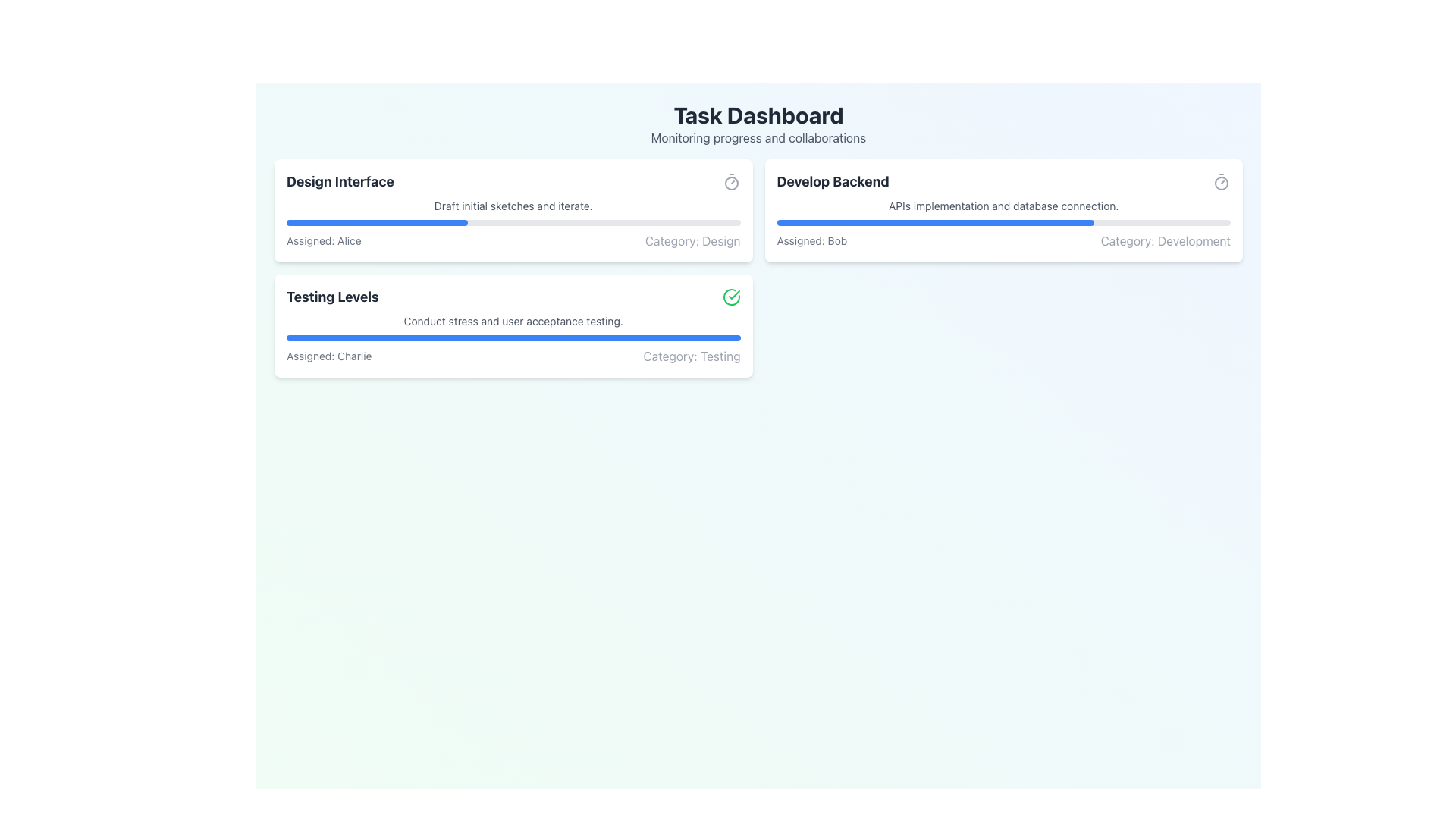  Describe the element at coordinates (1222, 180) in the screenshot. I see `the timer icon located in the top-right corner of the 'Develop Backend' task card as a visual indicator` at that location.